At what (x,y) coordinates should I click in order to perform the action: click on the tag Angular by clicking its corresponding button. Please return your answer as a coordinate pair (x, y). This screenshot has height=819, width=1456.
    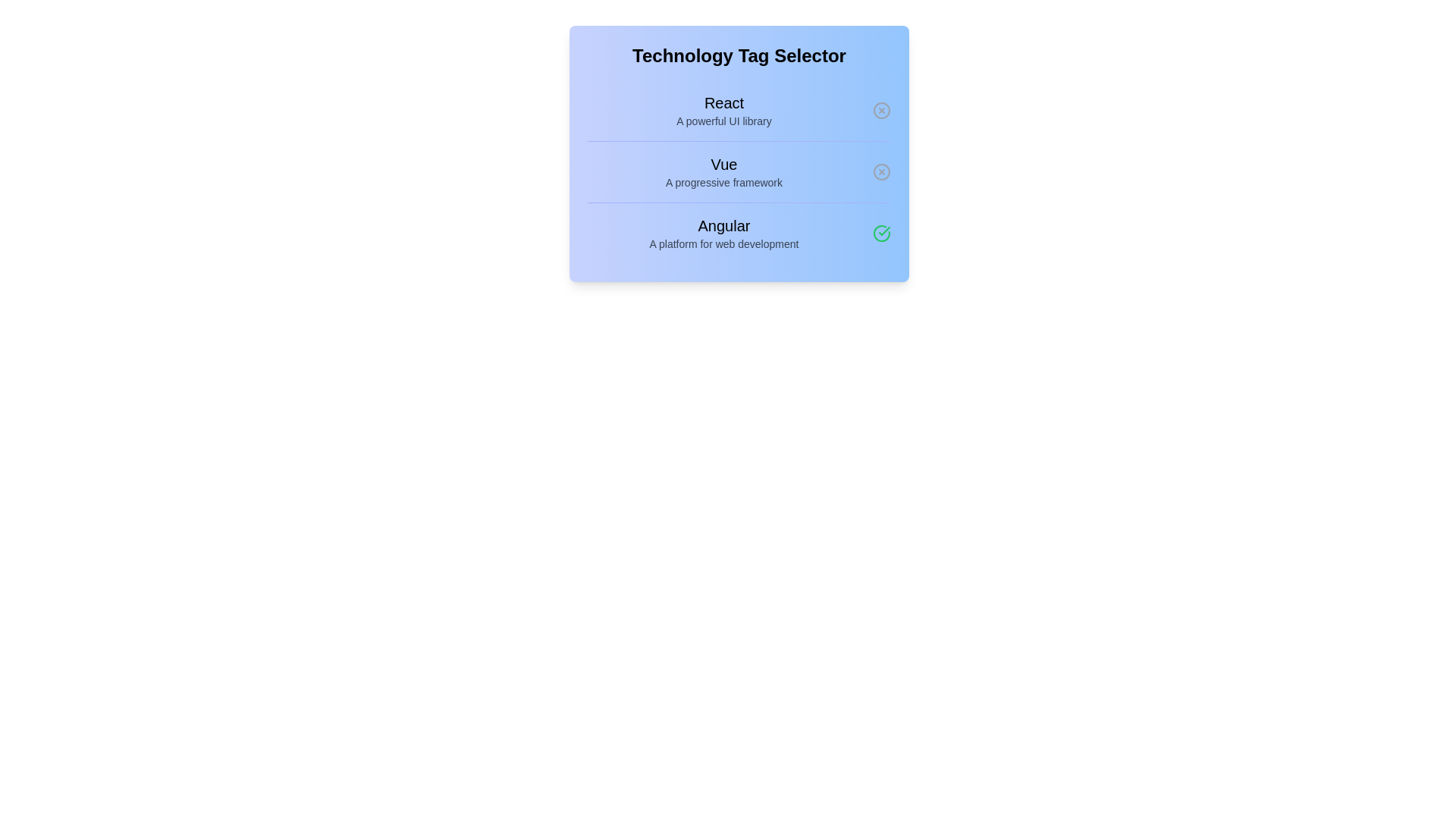
    Looking at the image, I should click on (881, 234).